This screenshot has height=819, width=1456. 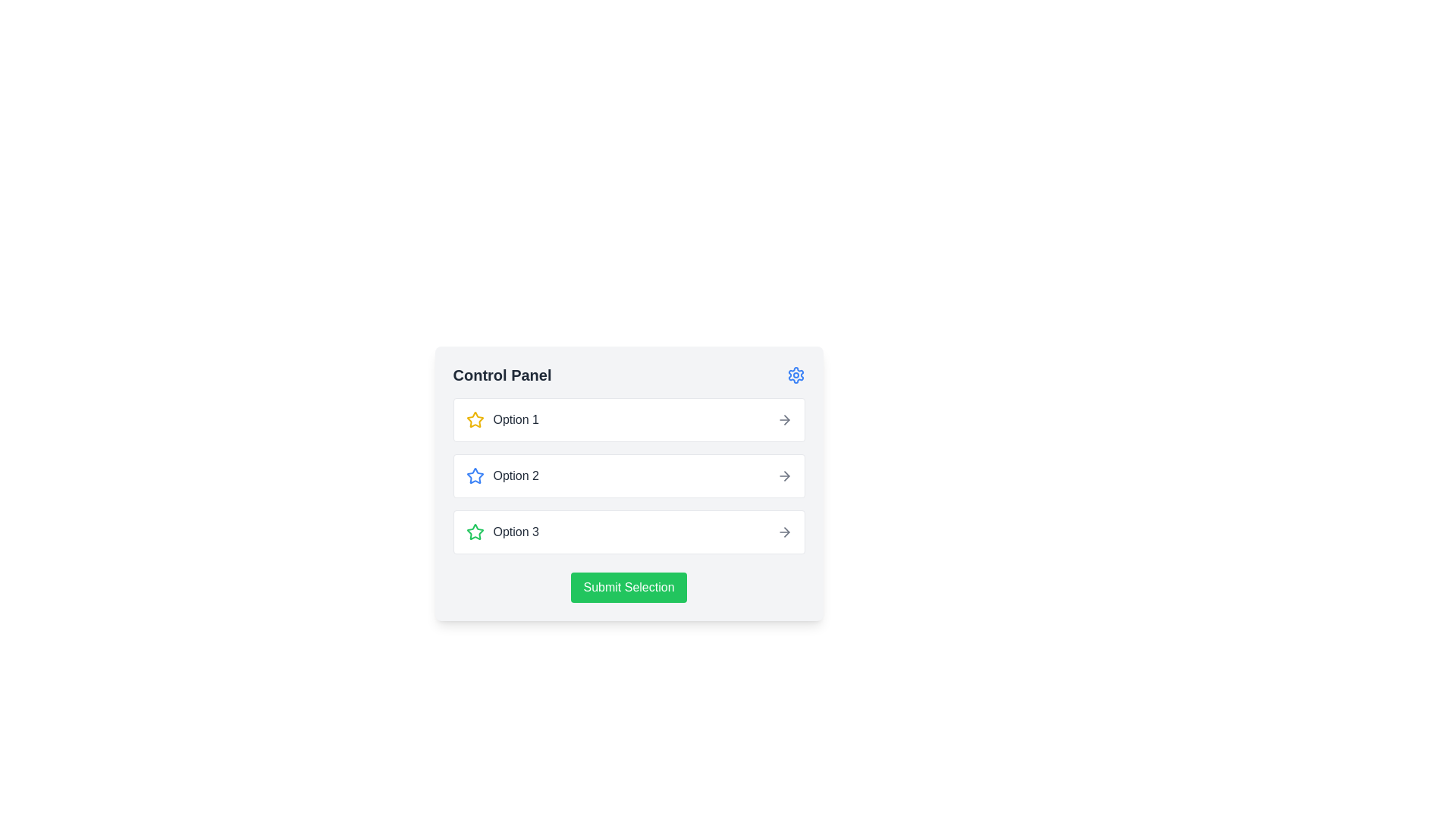 I want to click on the second arrow icon from the top in the vertical group of options within the 'Option 2' section, so click(x=784, y=475).